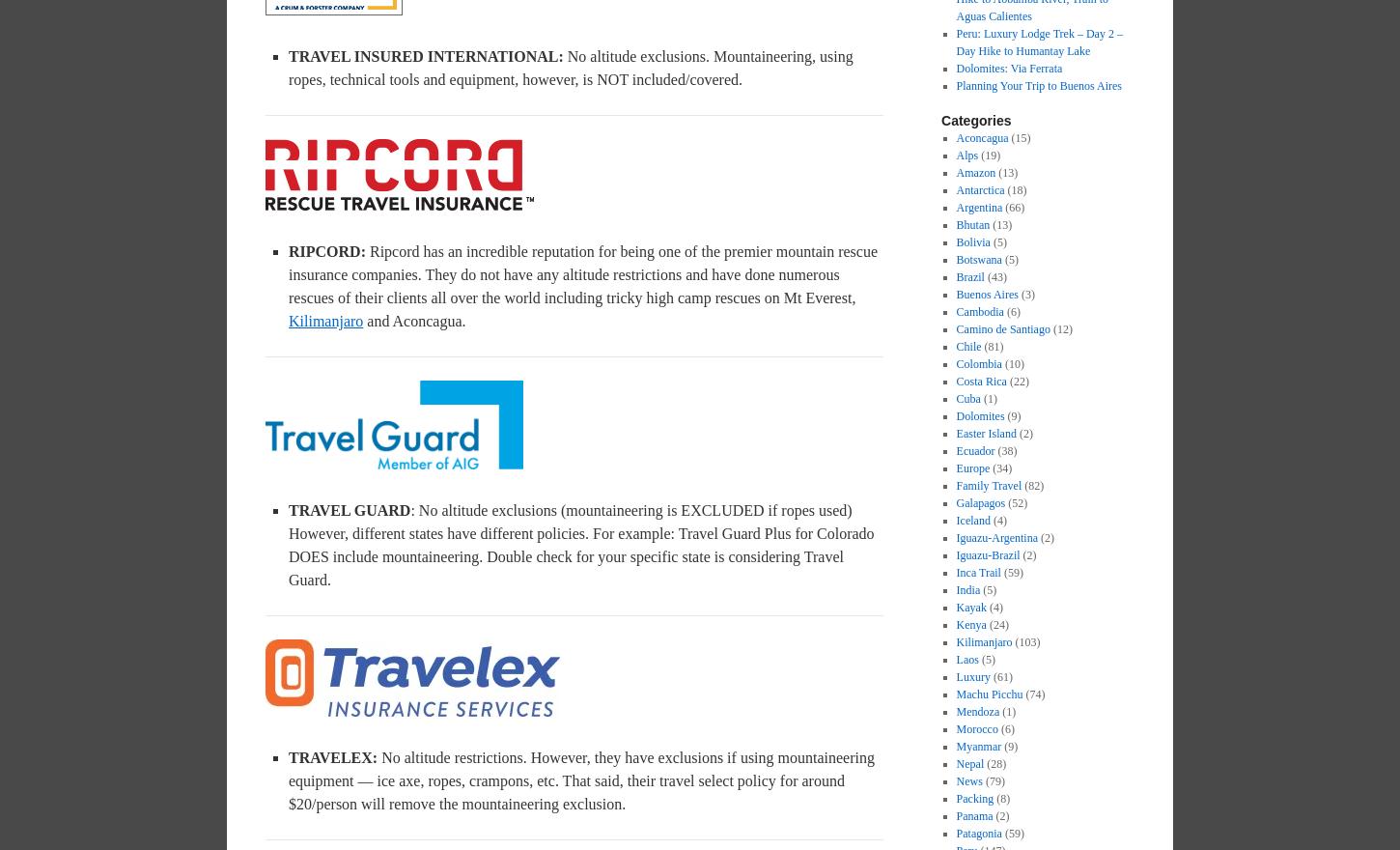 This screenshot has width=1400, height=850. Describe the element at coordinates (975, 120) in the screenshot. I see `'Categories'` at that location.